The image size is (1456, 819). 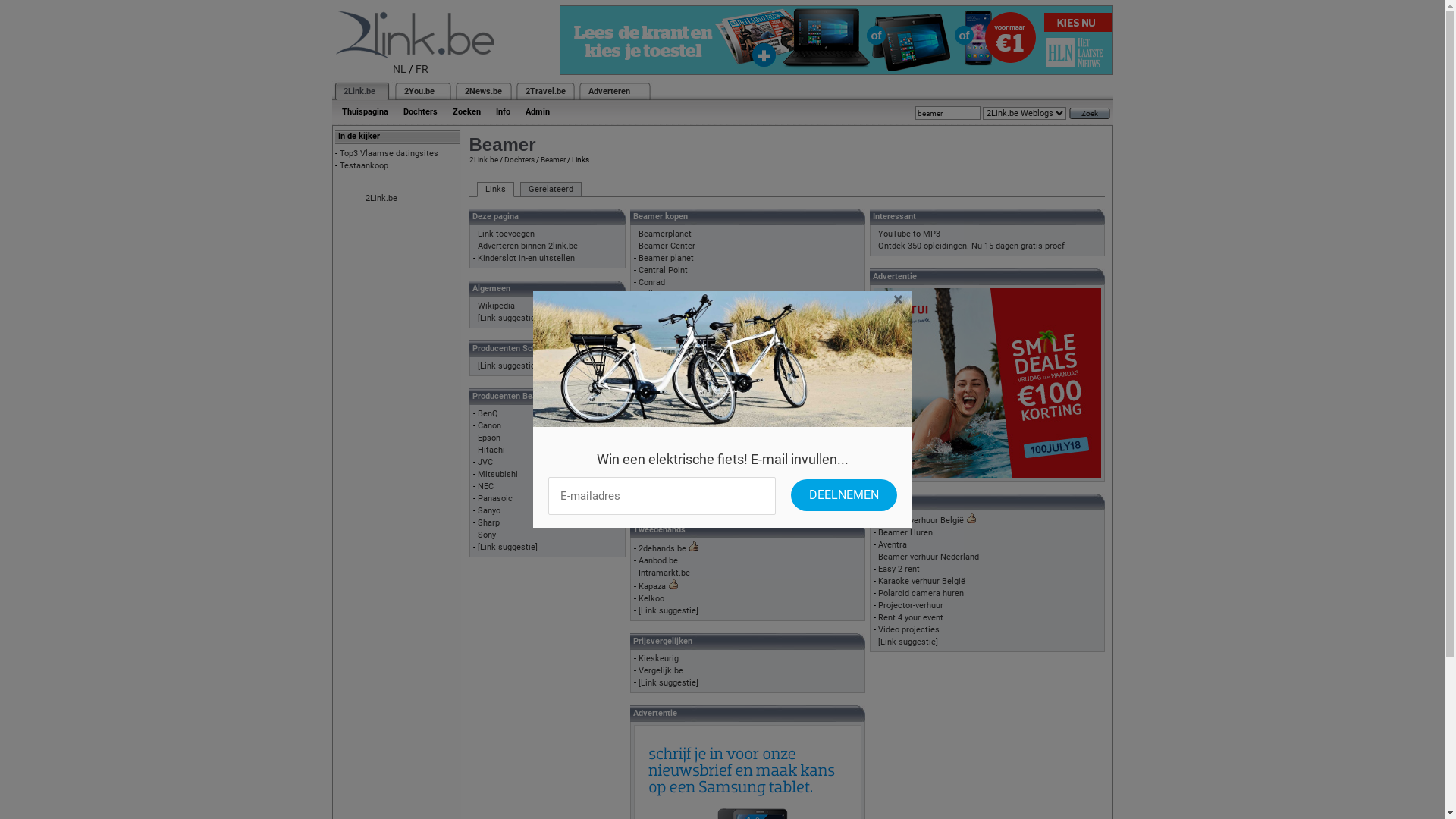 What do you see at coordinates (507, 366) in the screenshot?
I see `'[Link suggestie]'` at bounding box center [507, 366].